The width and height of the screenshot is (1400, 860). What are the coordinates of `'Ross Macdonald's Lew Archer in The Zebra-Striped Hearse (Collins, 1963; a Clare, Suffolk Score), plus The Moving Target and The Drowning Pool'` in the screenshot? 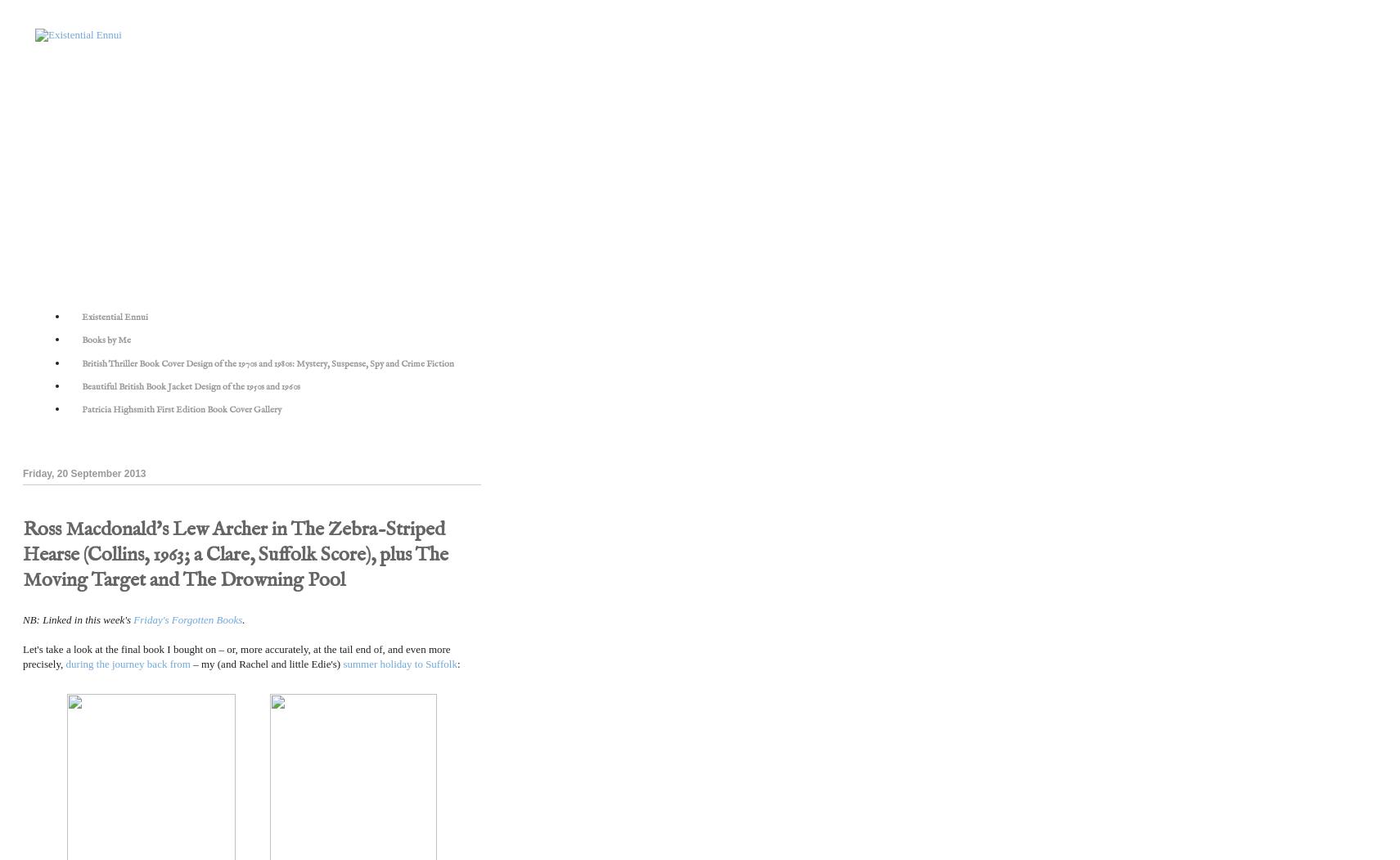 It's located at (235, 554).